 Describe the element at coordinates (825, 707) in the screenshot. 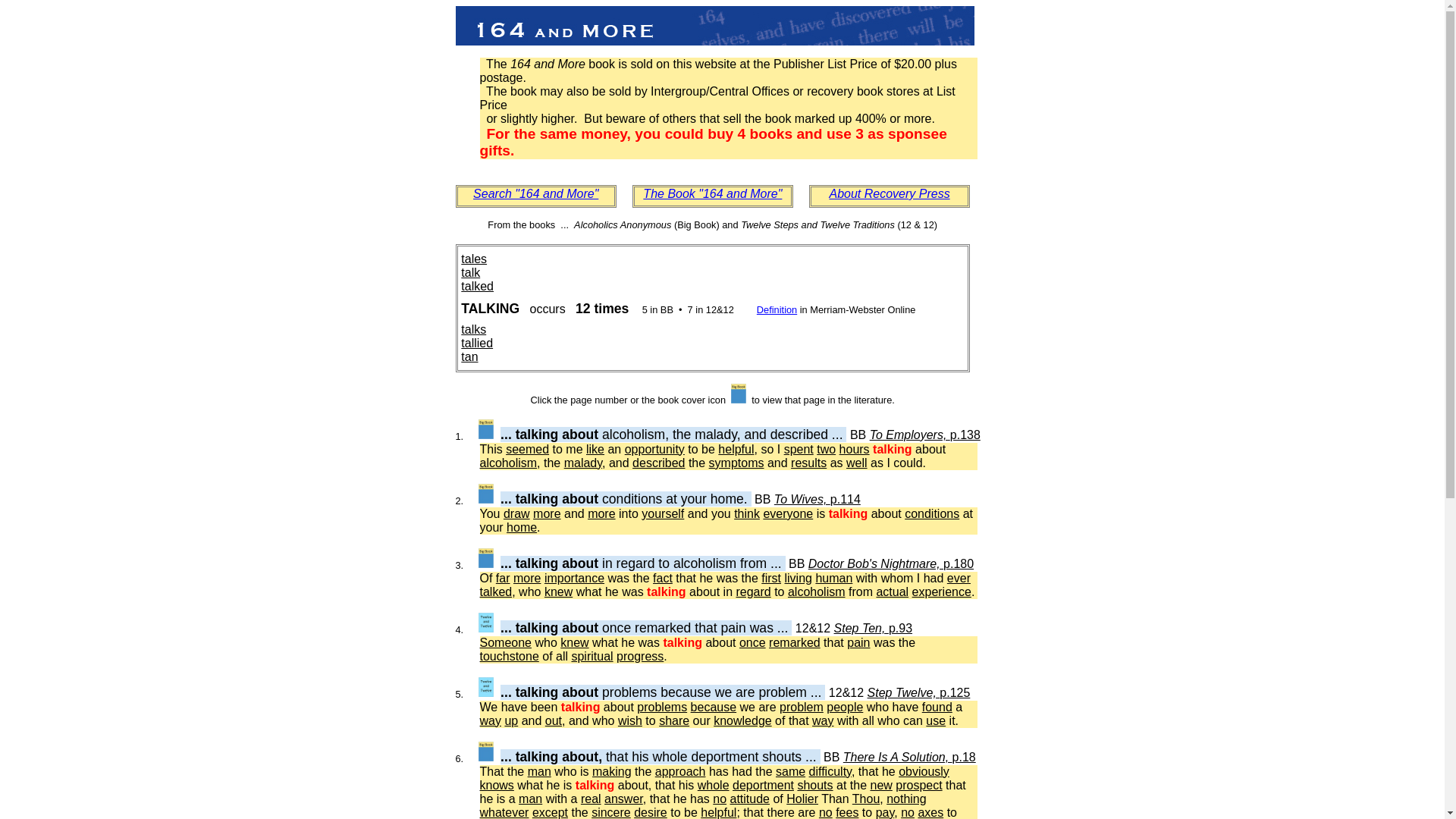

I see `'people'` at that location.